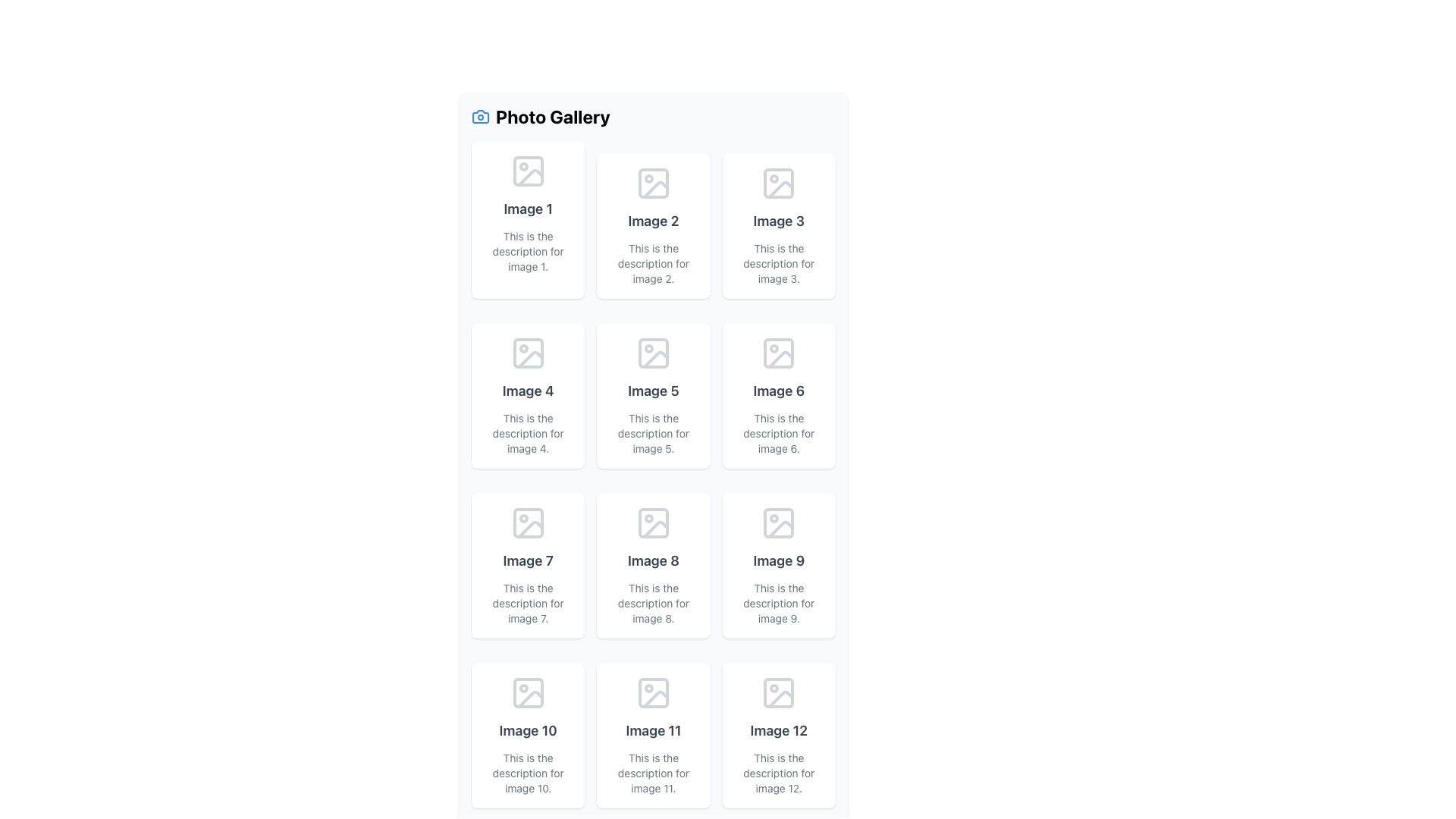 The height and width of the screenshot is (819, 1456). Describe the element at coordinates (479, 116) in the screenshot. I see `the photo gallery icon located at the top-left corner of the layout, immediately to the left of the heading text 'Photo Gallery.'` at that location.